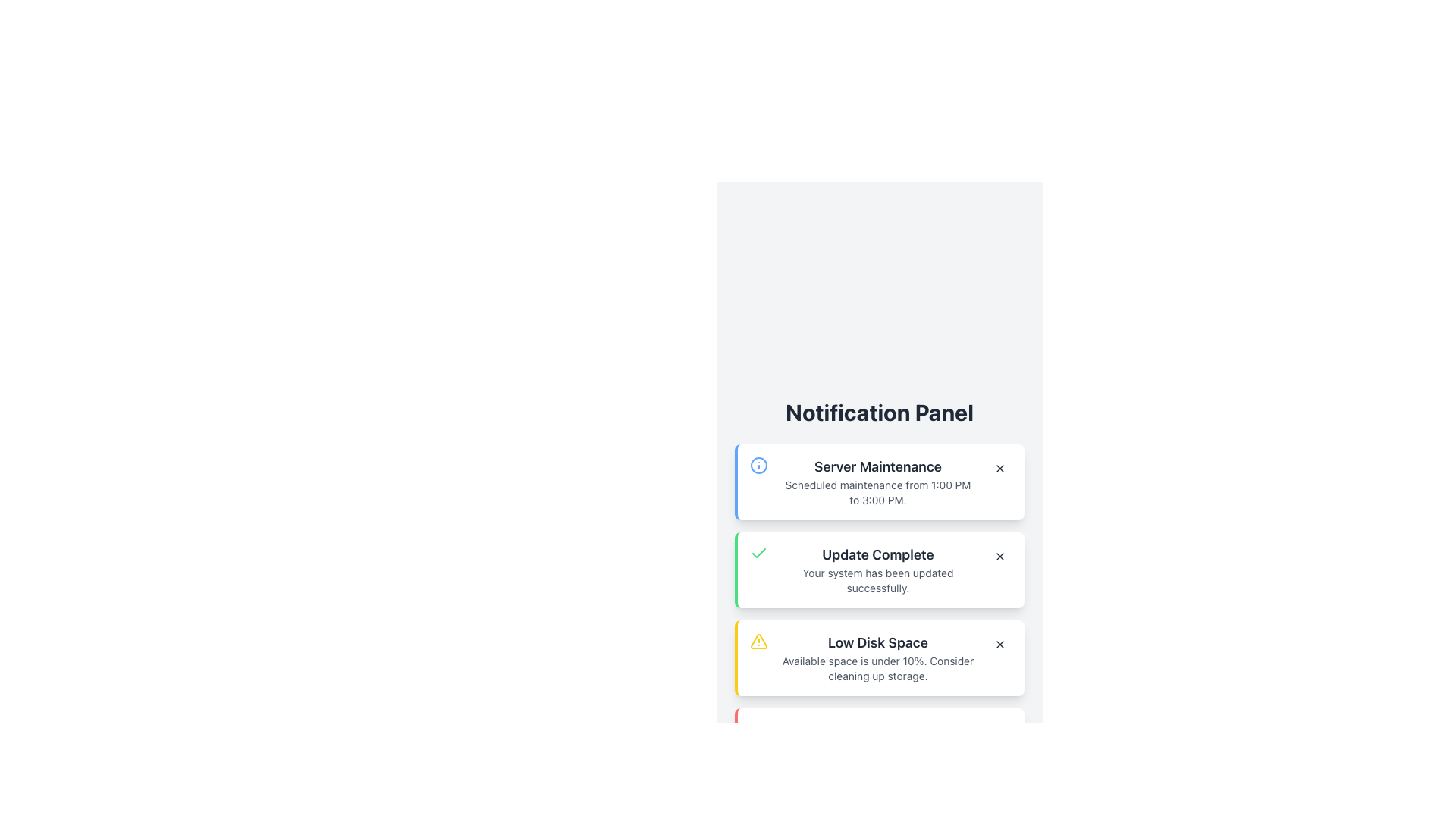  What do you see at coordinates (758, 641) in the screenshot?
I see `the yellow triangular icon with rounded corners located to the left of the 'Low Disk Space' message text in the third notification card` at bounding box center [758, 641].